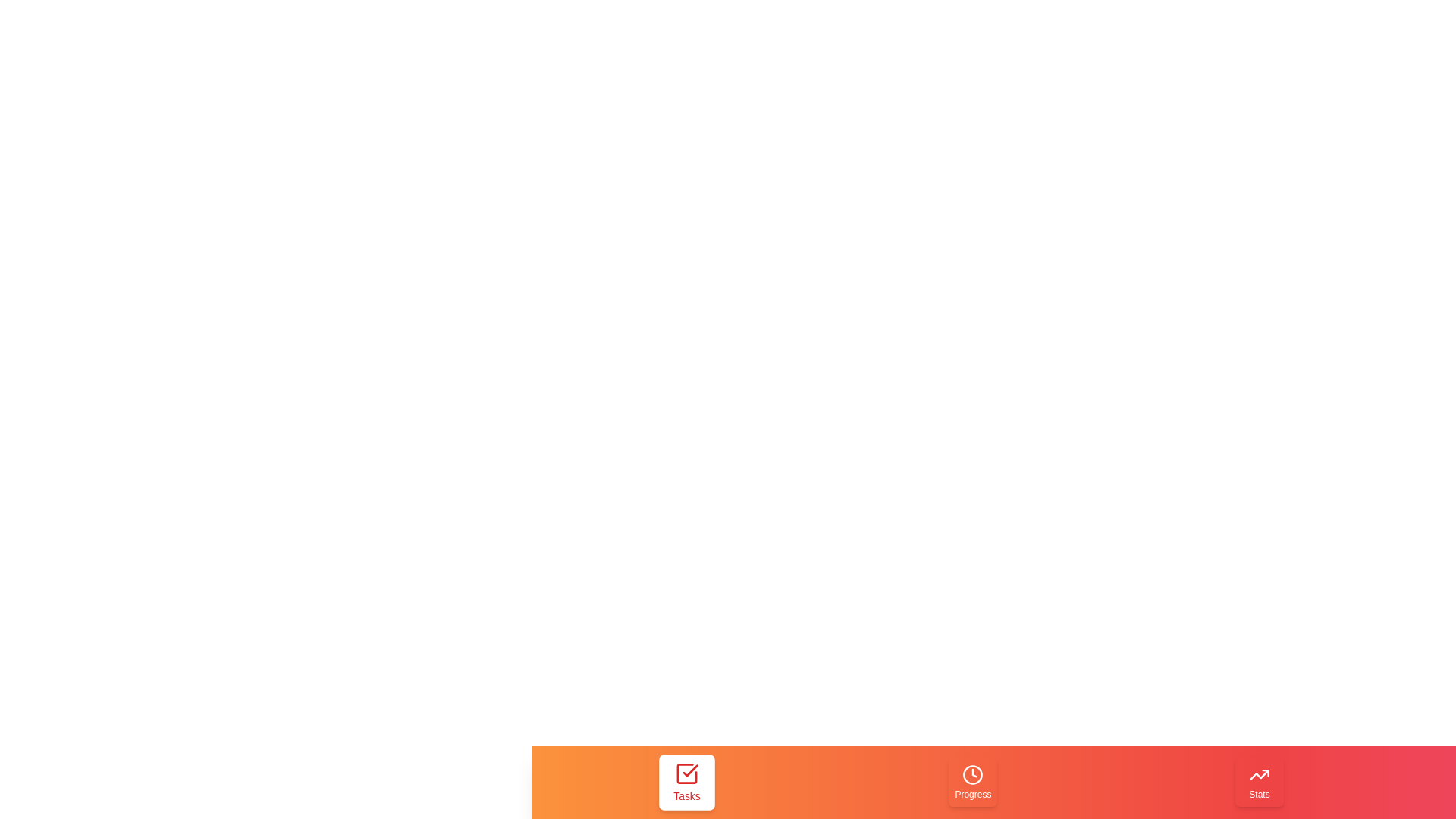  What do you see at coordinates (973, 783) in the screenshot?
I see `the tab labeled 'Progress' to trigger its hover effect` at bounding box center [973, 783].